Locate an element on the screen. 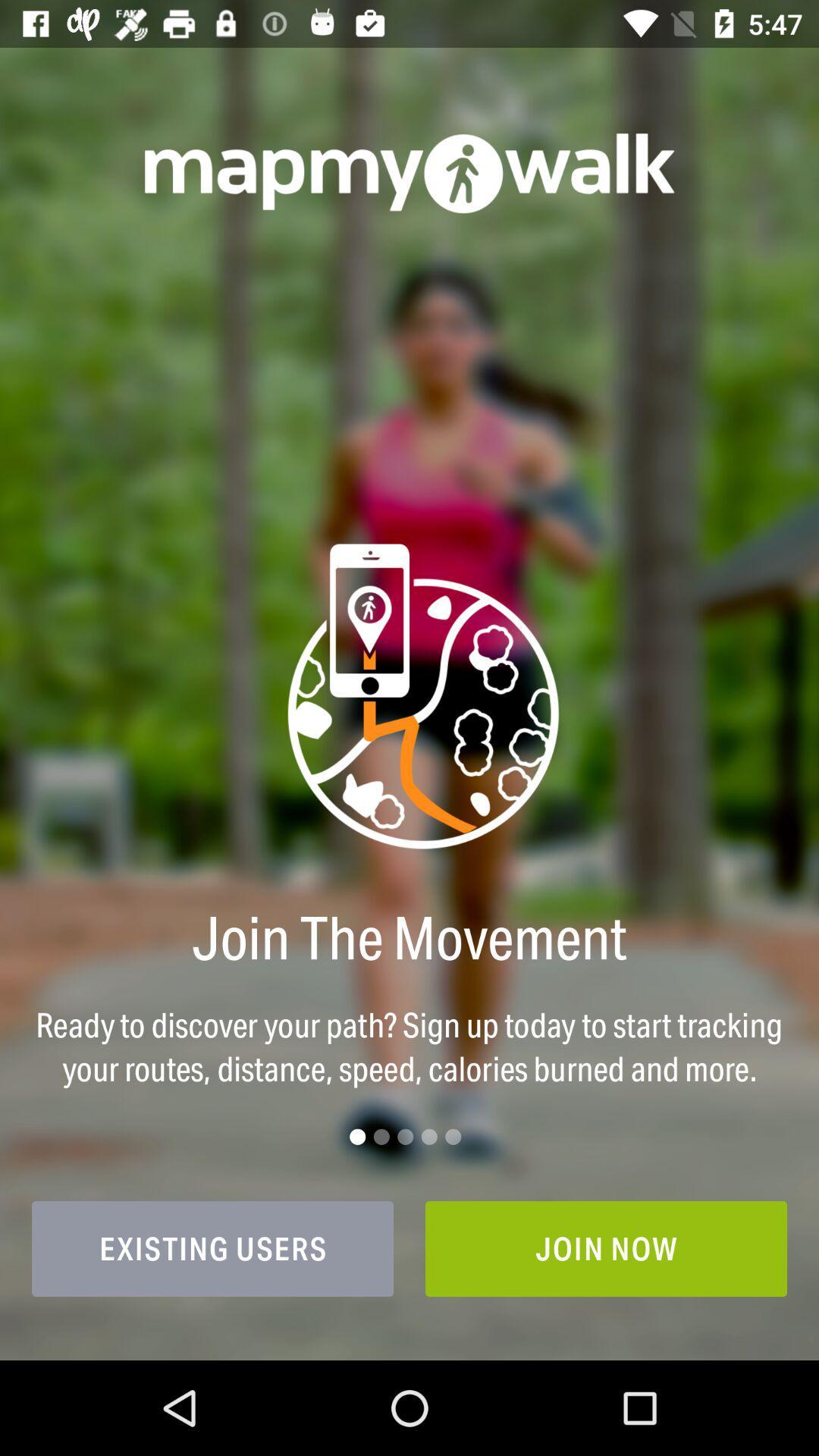 This screenshot has height=1456, width=819. join now item is located at coordinates (605, 1248).